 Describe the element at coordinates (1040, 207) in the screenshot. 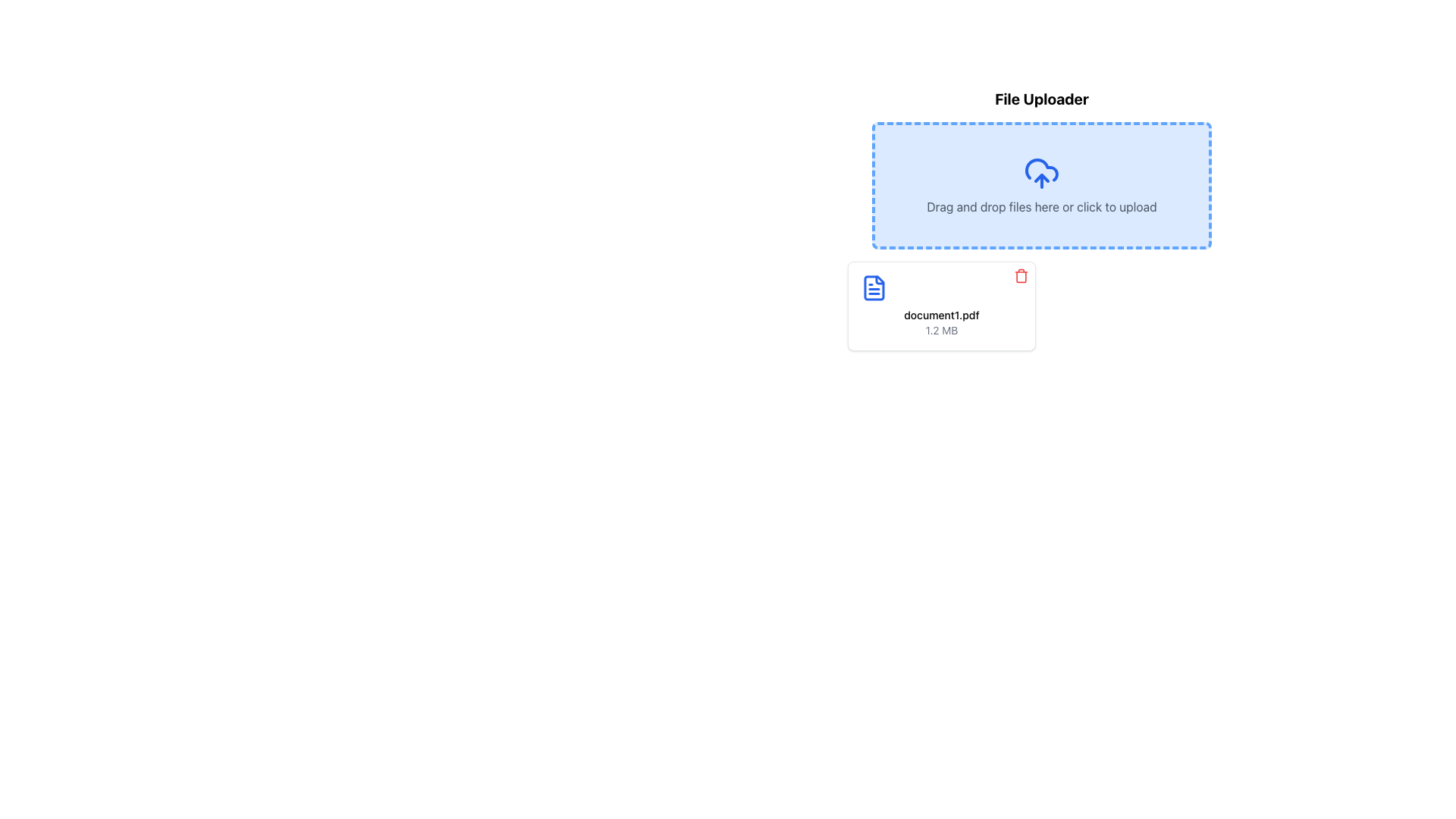

I see `static text label that instructs 'Drag and drop files here or click to upload', located within the file upload panel` at that location.